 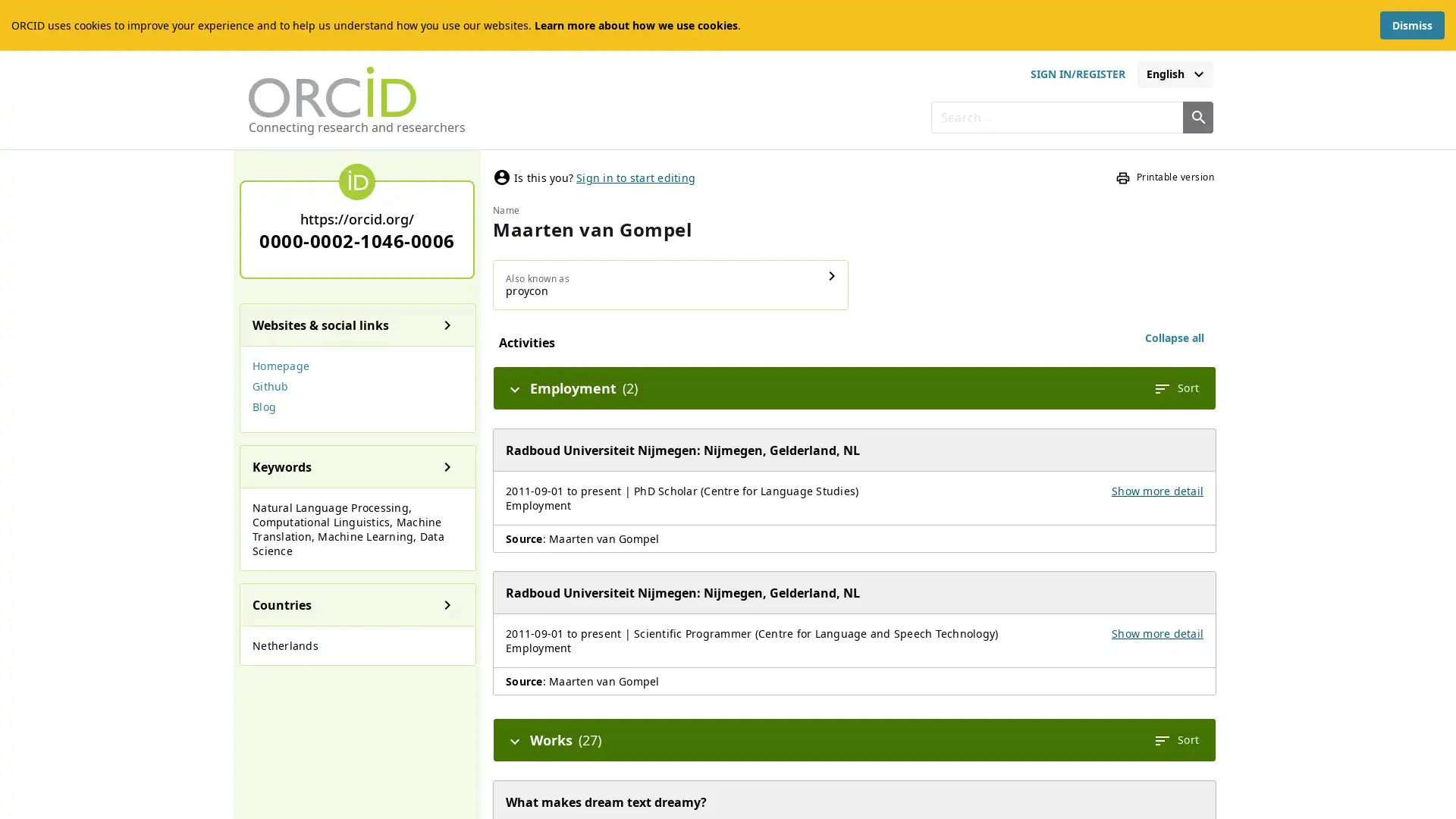 I want to click on Show details, so click(x=447, y=324).